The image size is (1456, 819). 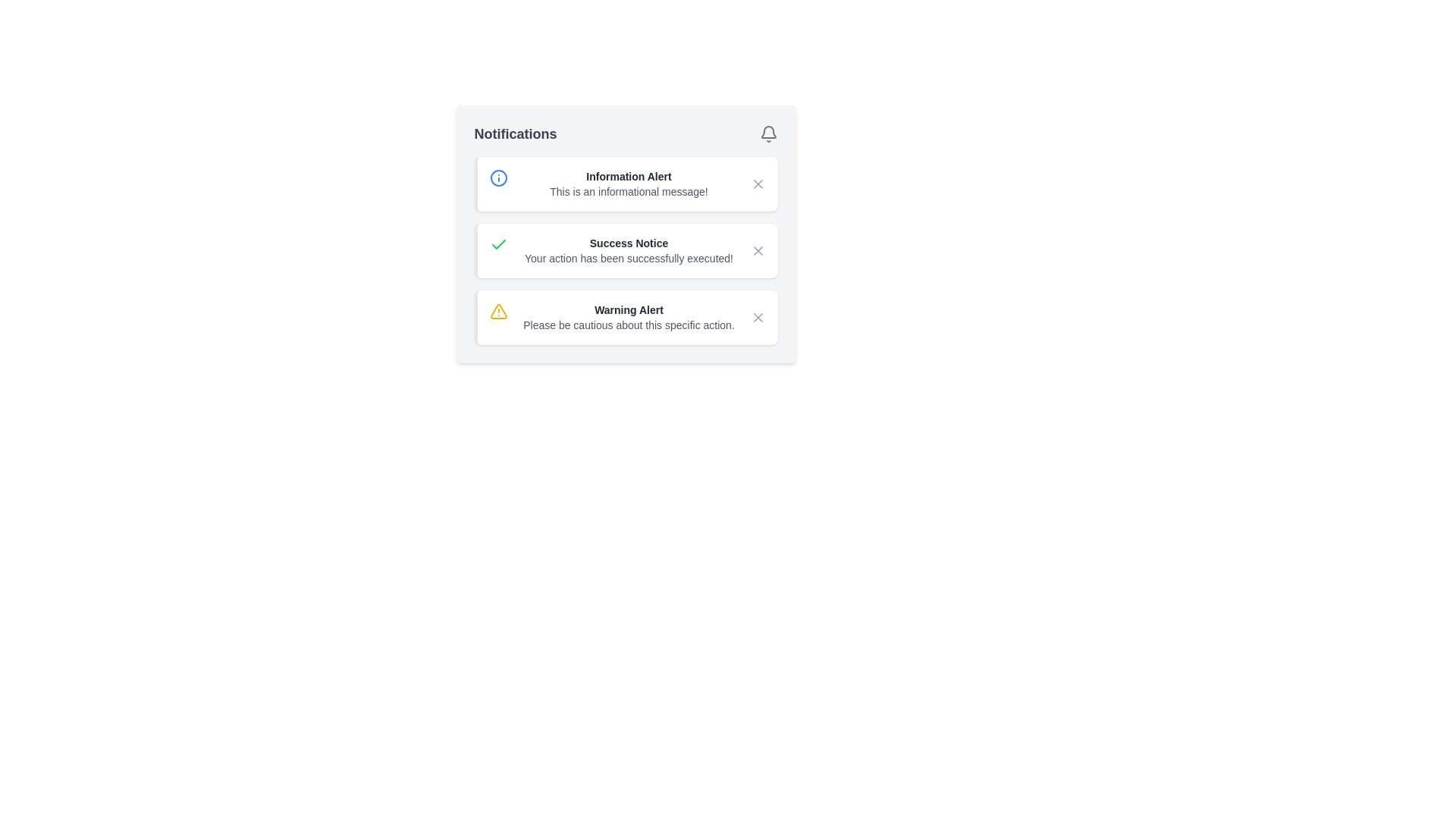 I want to click on the notification card titled 'Information Alert' by clicking on the text label located at the top of the card, which is above the description text 'This is an informational message!', so click(x=629, y=175).